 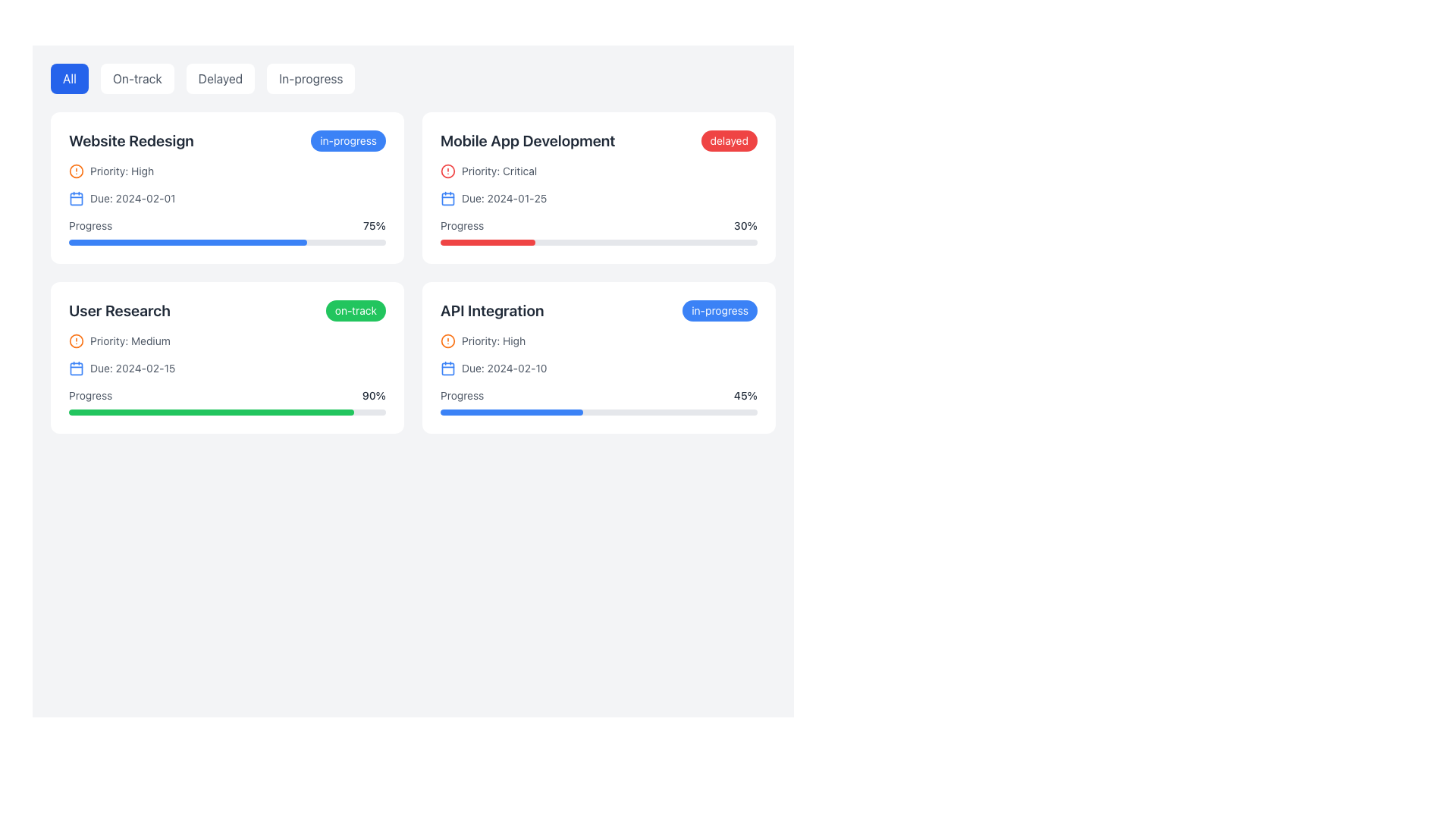 What do you see at coordinates (226, 400) in the screenshot?
I see `the interactive labels of the progress bar labeled 'Progress' and '90%' located in the bottom left card labeled 'User Research'` at bounding box center [226, 400].